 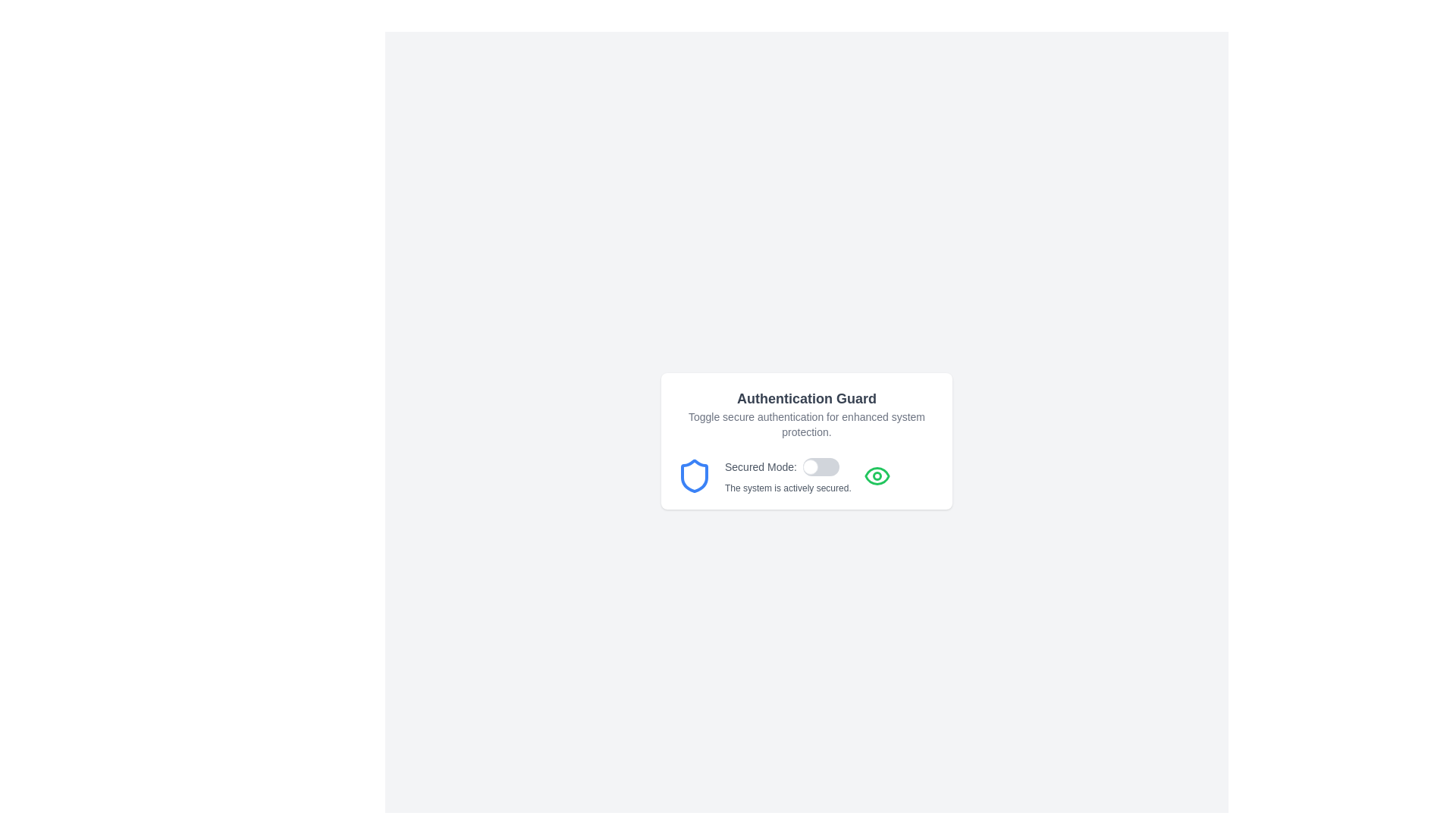 What do you see at coordinates (788, 466) in the screenshot?
I see `the static text label displaying 'Secured Mode:' which is located to the left of the toggle switch in the 'Authentication Guard' panel` at bounding box center [788, 466].